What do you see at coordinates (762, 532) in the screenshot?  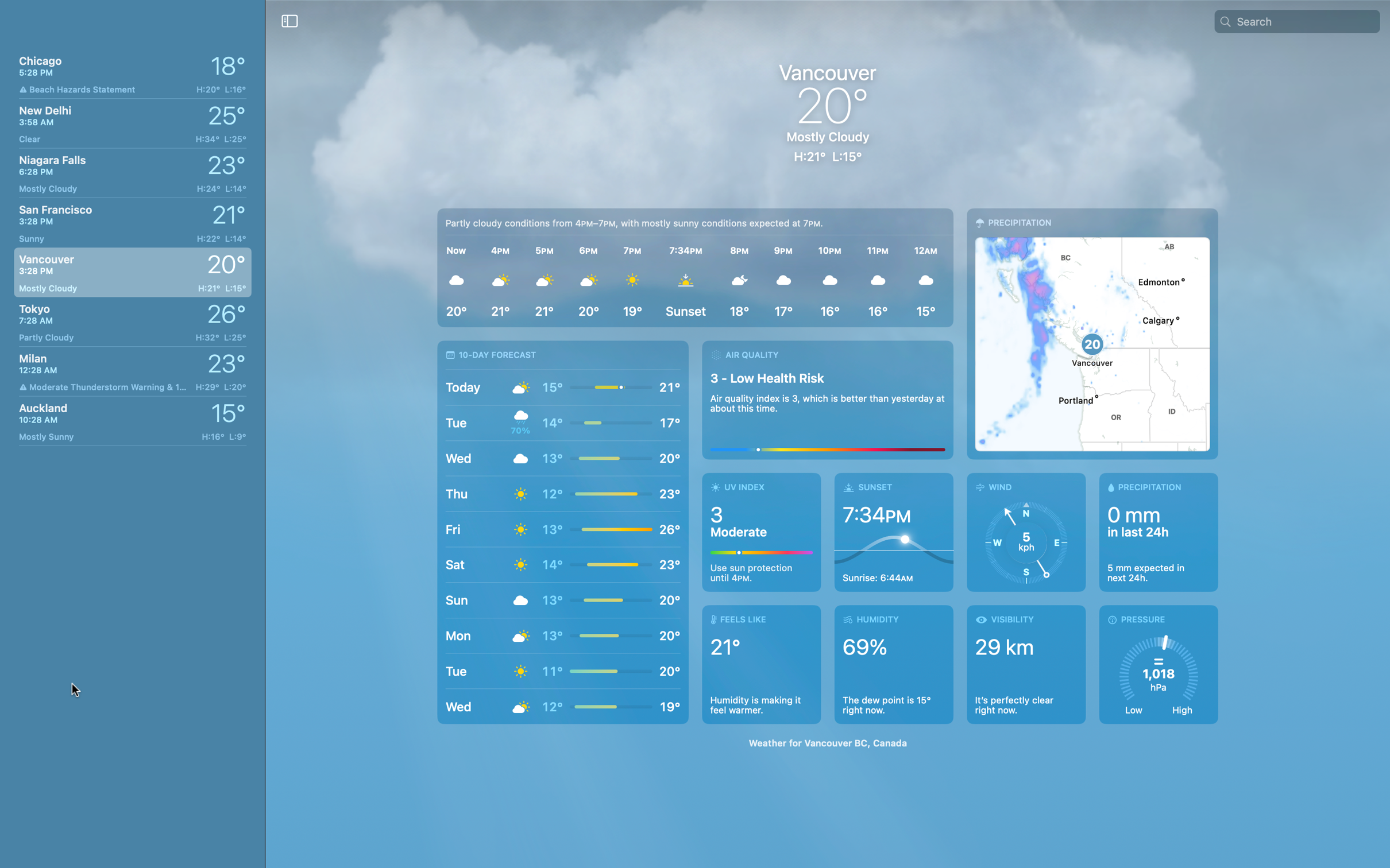 I see `View the UV index in Vancouver` at bounding box center [762, 532].